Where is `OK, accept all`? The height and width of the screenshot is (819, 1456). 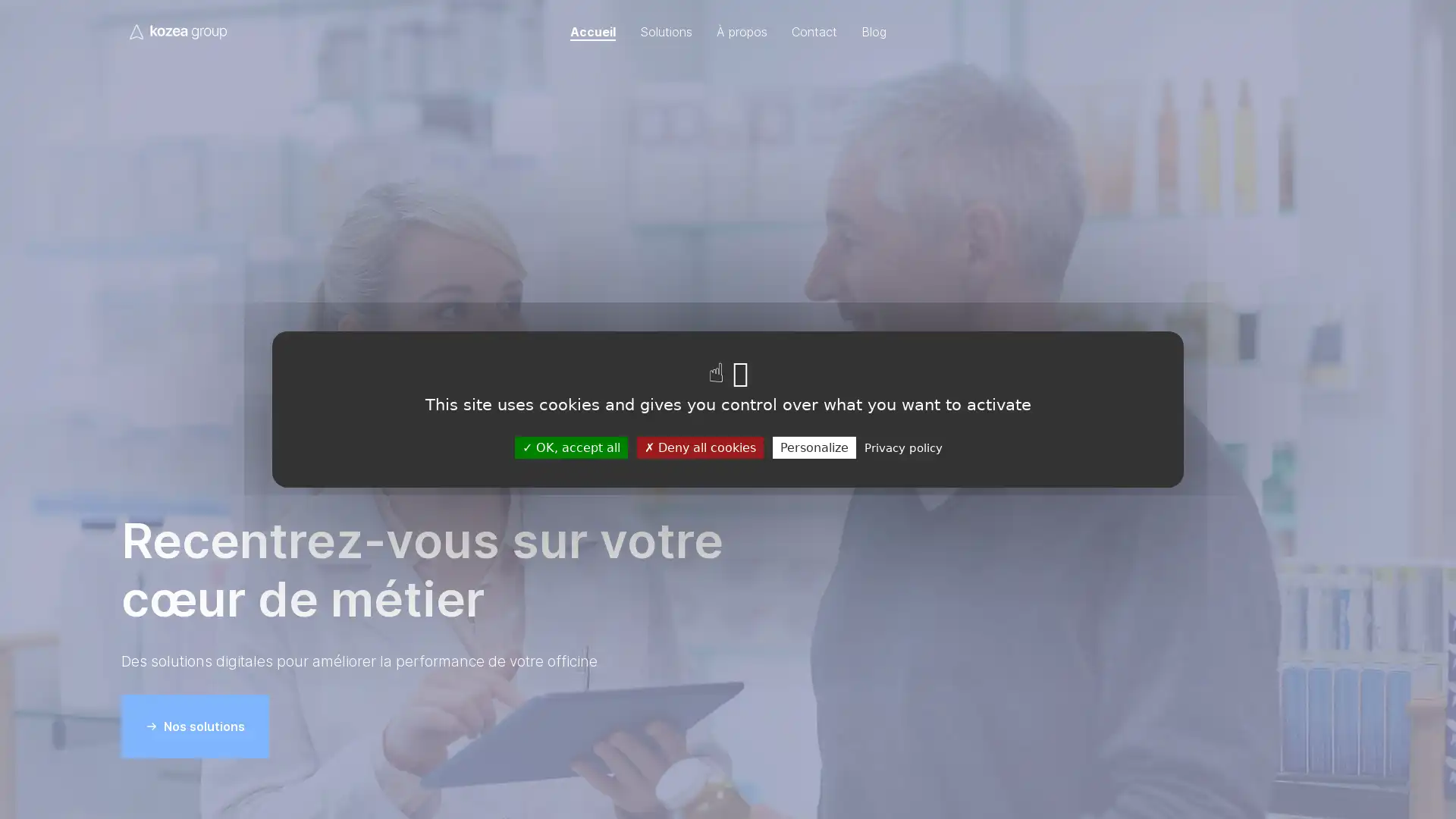 OK, accept all is located at coordinates (570, 447).